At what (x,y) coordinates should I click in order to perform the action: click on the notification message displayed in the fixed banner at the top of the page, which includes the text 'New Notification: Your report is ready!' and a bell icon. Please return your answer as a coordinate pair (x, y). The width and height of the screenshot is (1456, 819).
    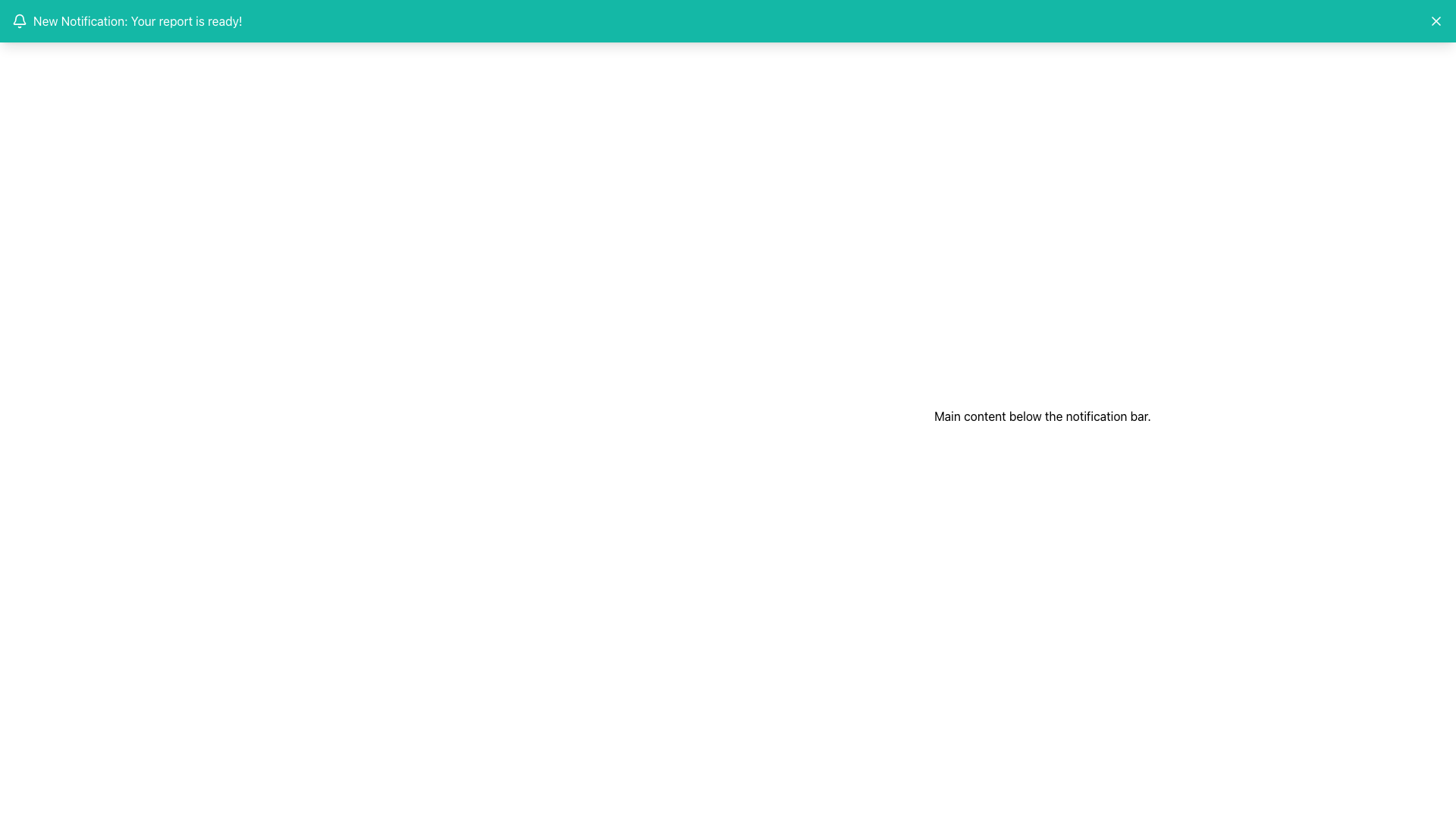
    Looking at the image, I should click on (127, 20).